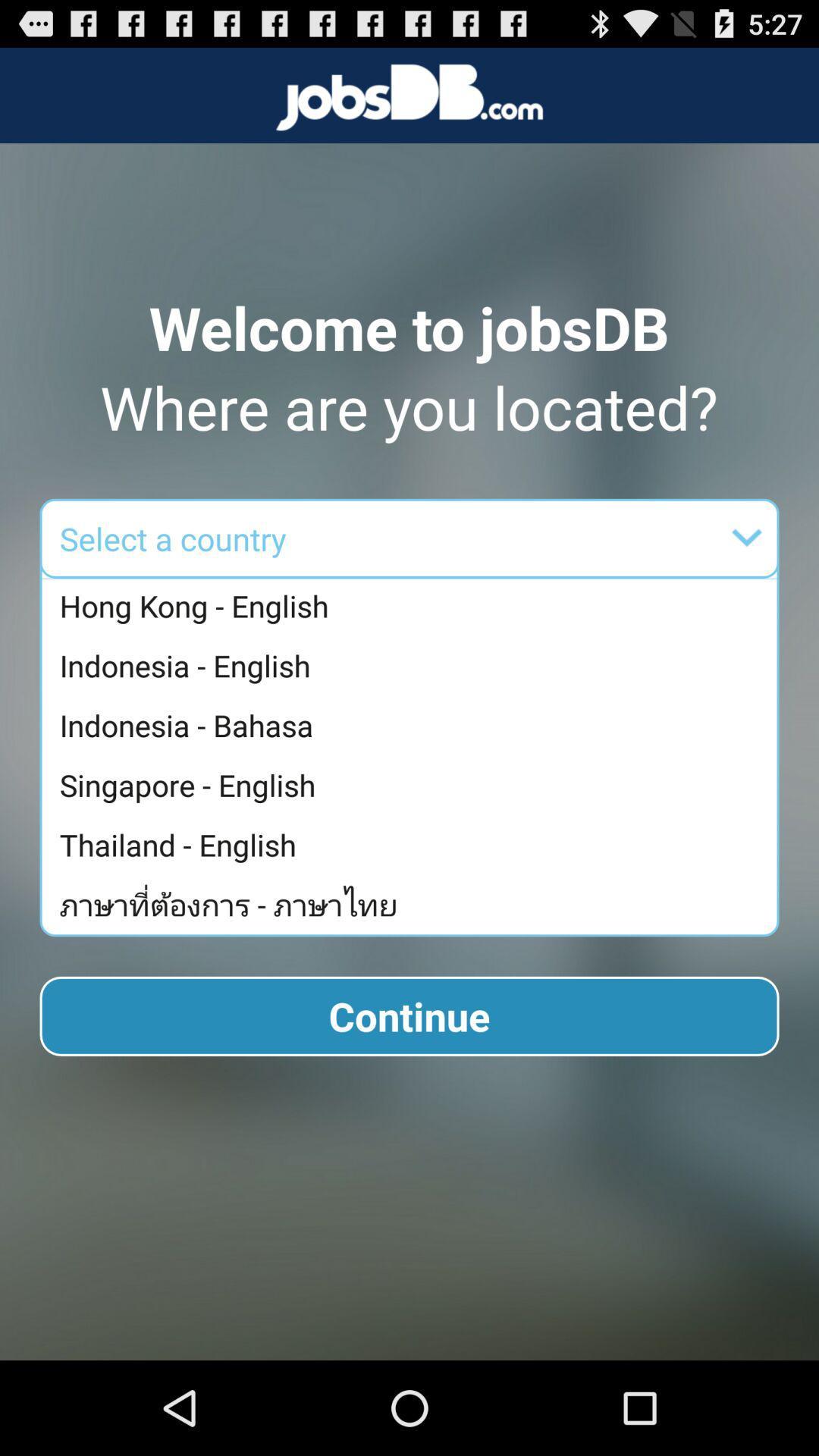 Image resolution: width=819 pixels, height=1456 pixels. I want to click on the thailand - english icon, so click(413, 844).